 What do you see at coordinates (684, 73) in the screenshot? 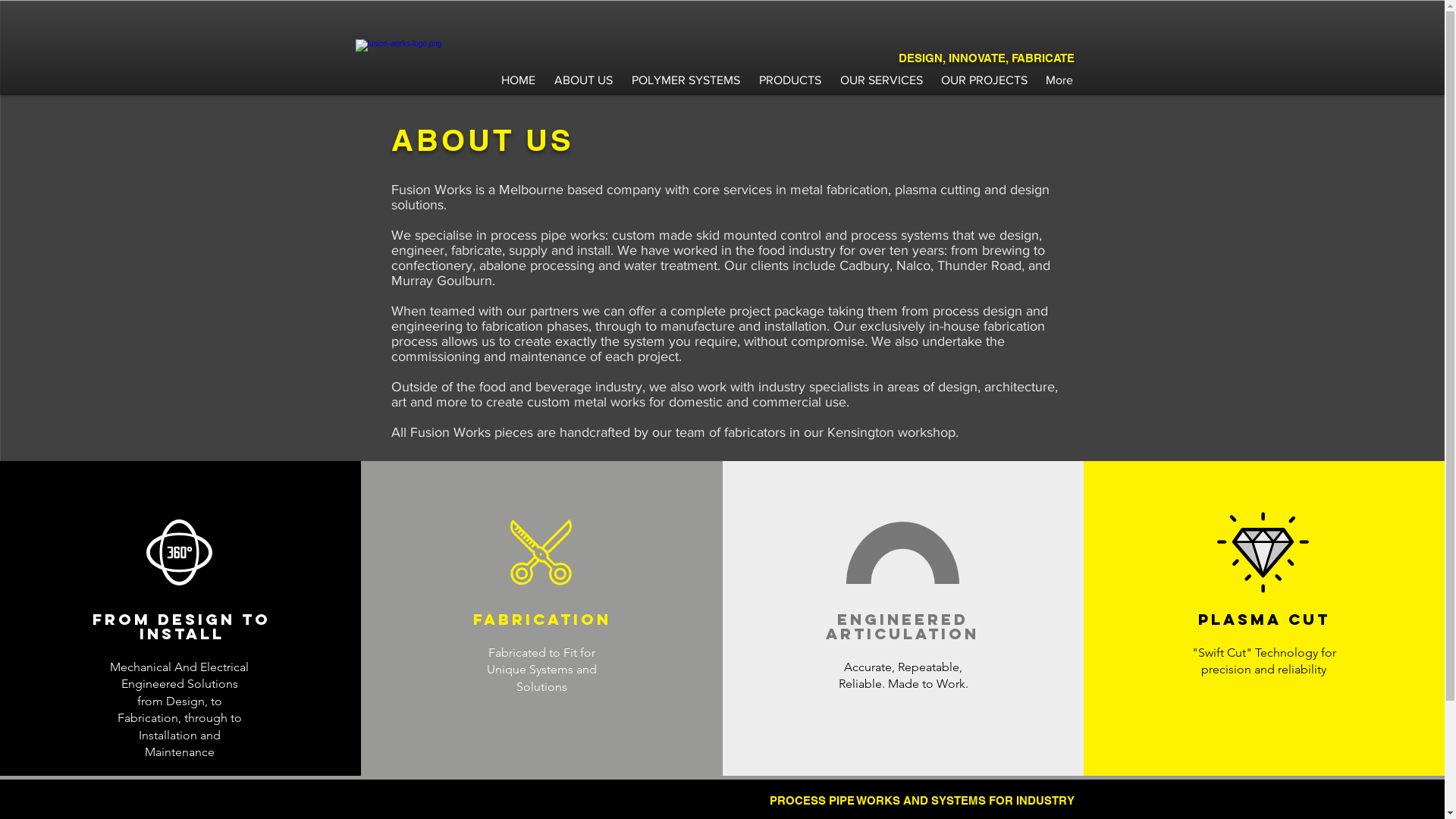
I see `'POLYMER SYSTEMS'` at bounding box center [684, 73].